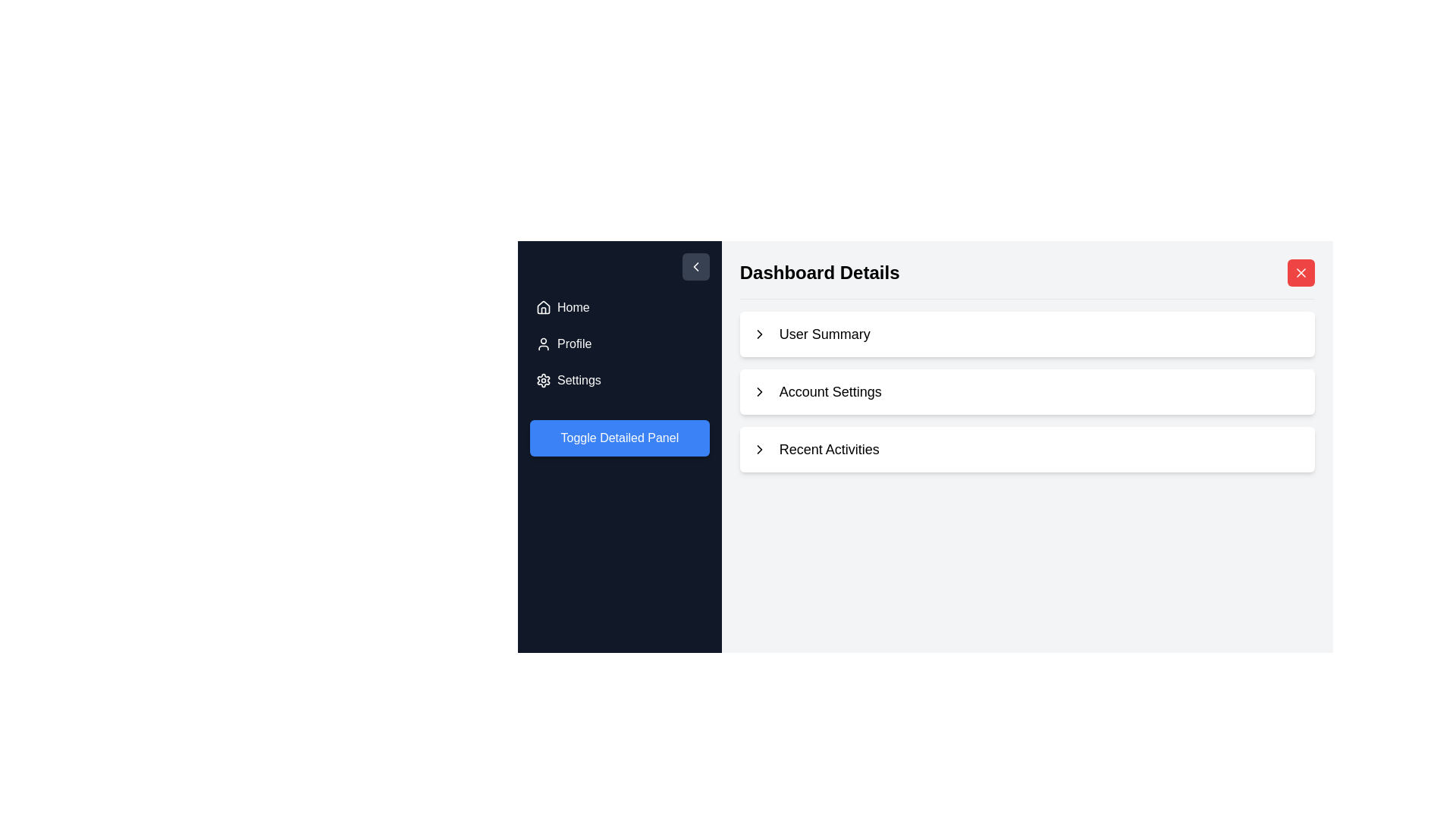 The width and height of the screenshot is (1456, 819). I want to click on the title bar located at the top center of the interface, which includes a close button for dismissing the section, so click(1027, 279).